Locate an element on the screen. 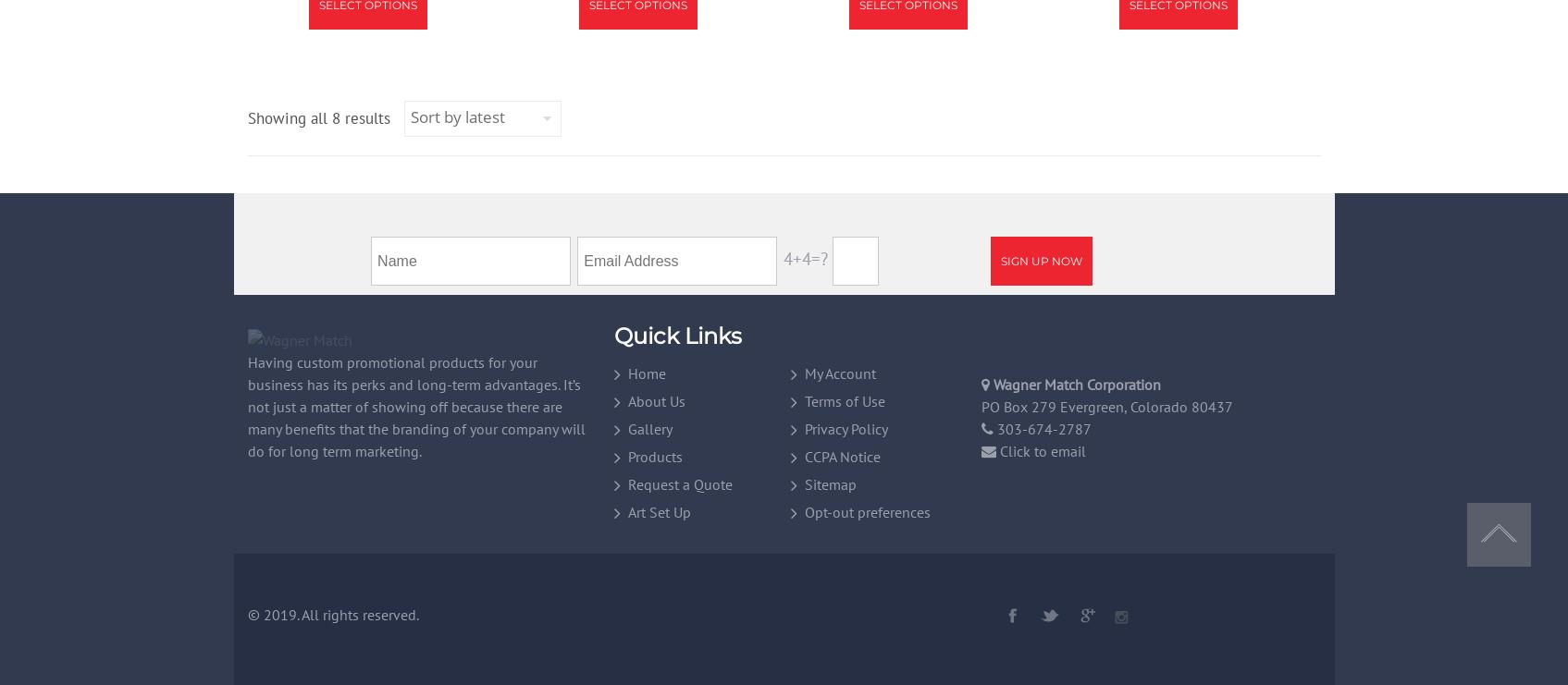 The height and width of the screenshot is (685, 1568). 'CCPA Notice' is located at coordinates (842, 455).